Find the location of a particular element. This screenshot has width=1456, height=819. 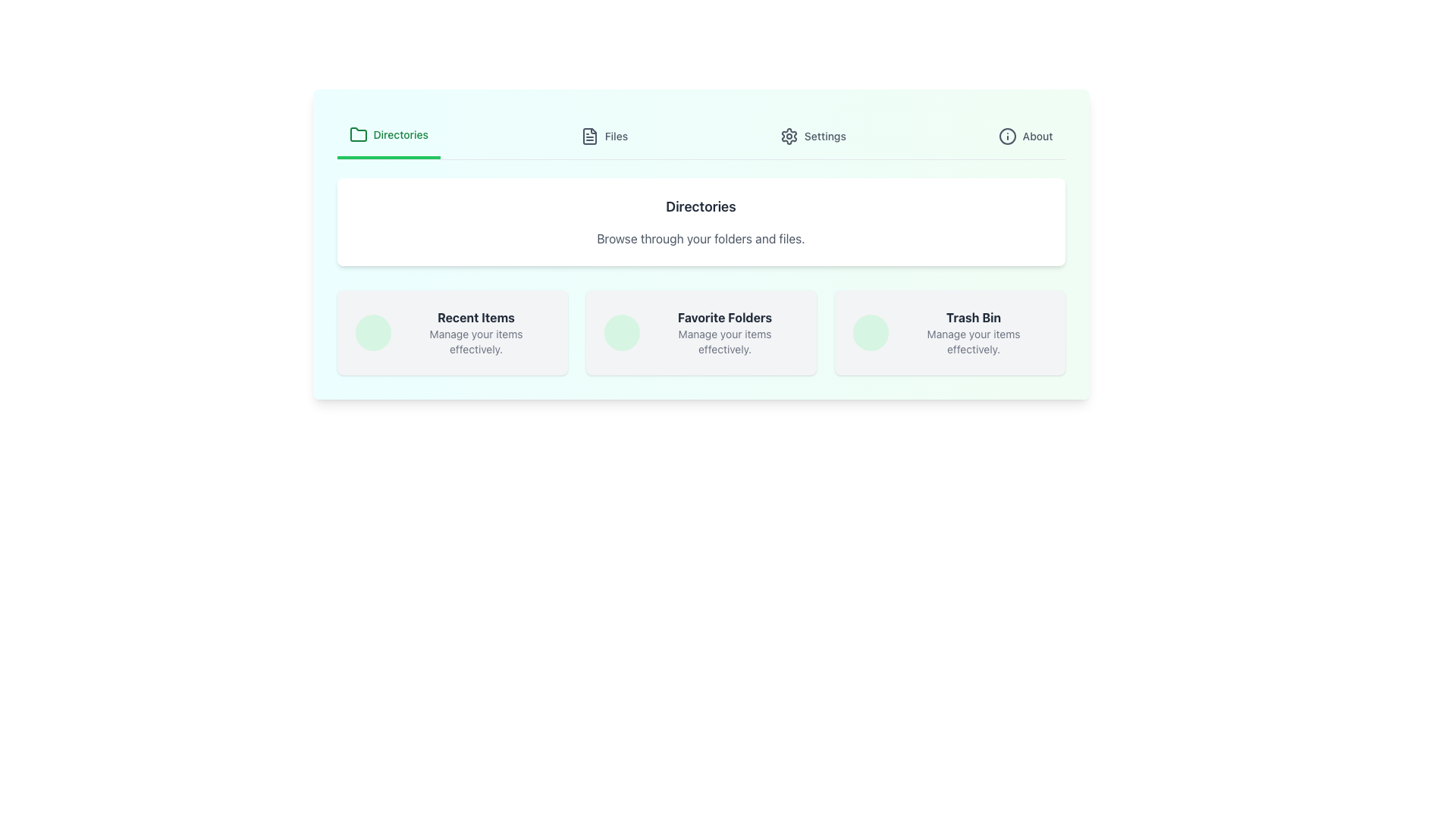

the labels and icons in the Navigation Bar located at the top center of the interface, which includes 'Directories', 'Files', 'Settings', and 'About' is located at coordinates (700, 136).